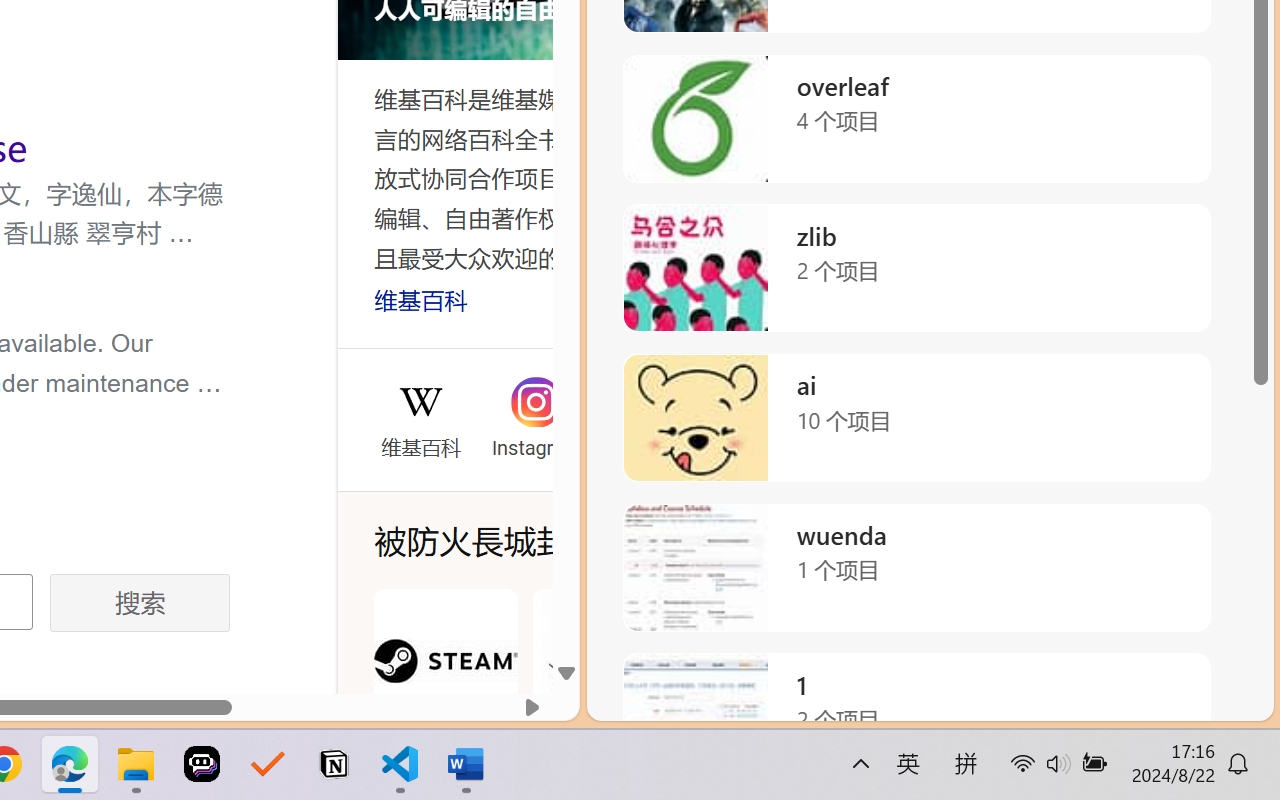 This screenshot has width=1280, height=800. I want to click on 'Wikipedia', so click(418, 402).